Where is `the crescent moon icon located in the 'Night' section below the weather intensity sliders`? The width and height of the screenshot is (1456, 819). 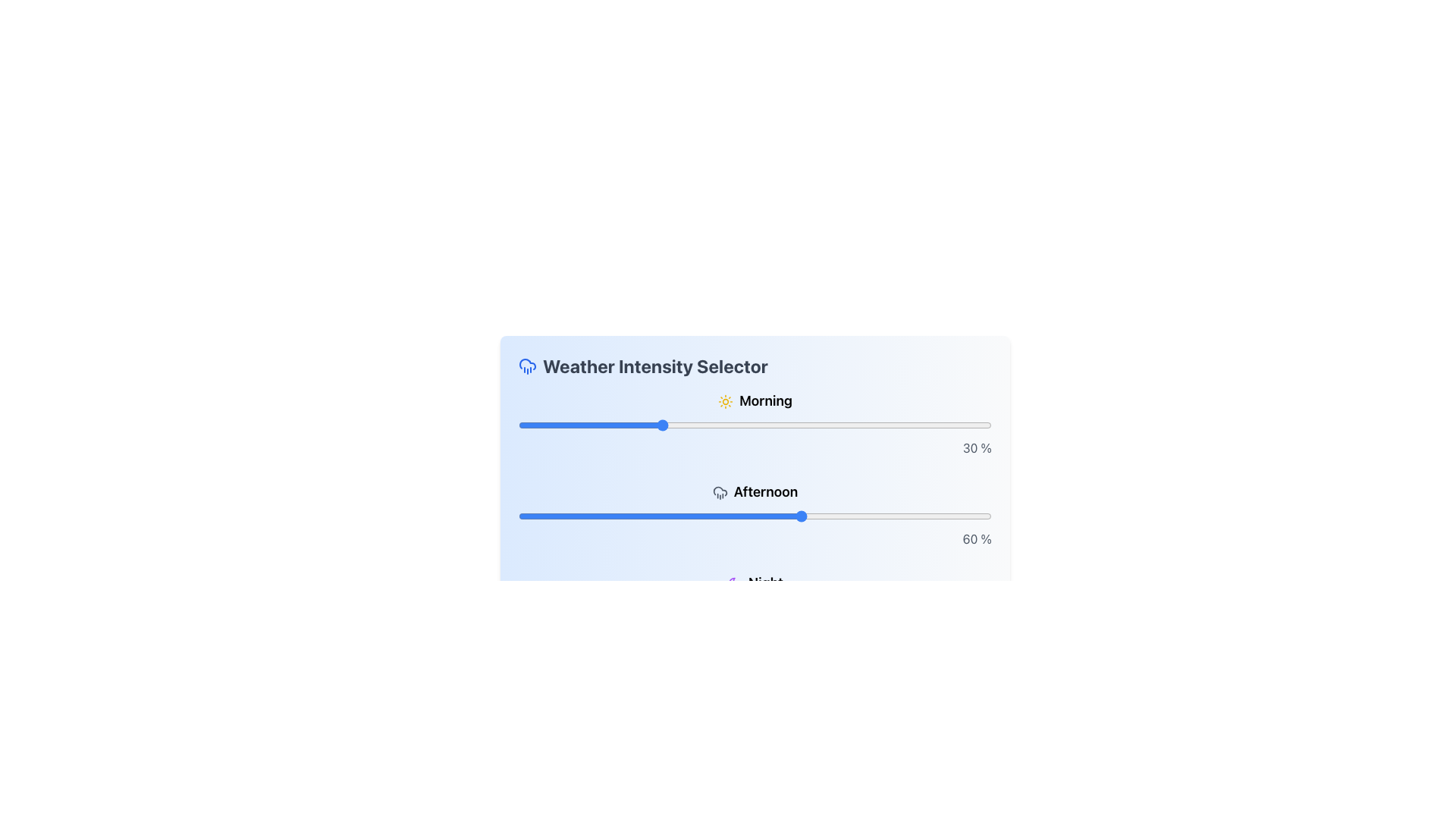
the crescent moon icon located in the 'Night' section below the weather intensity sliders is located at coordinates (735, 583).